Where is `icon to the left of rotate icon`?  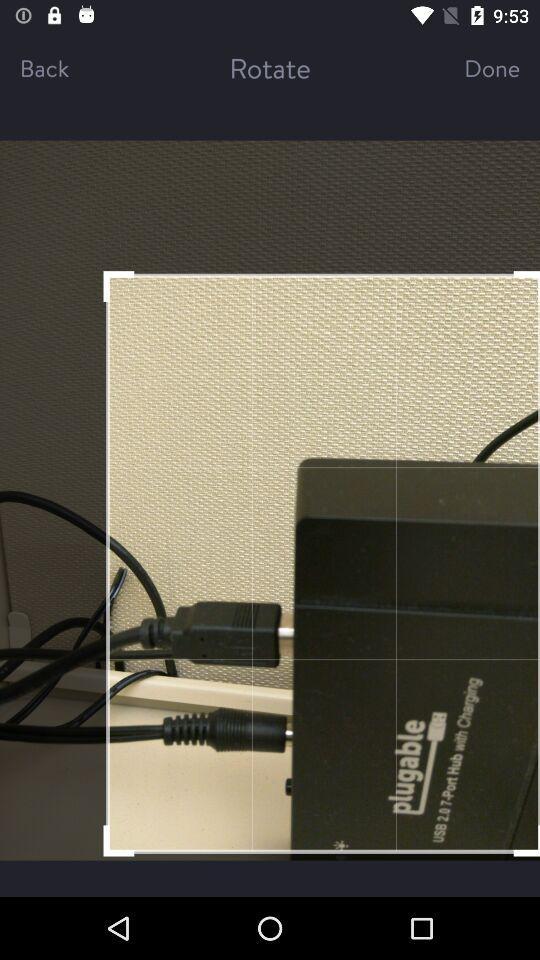 icon to the left of rotate icon is located at coordinates (65, 67).